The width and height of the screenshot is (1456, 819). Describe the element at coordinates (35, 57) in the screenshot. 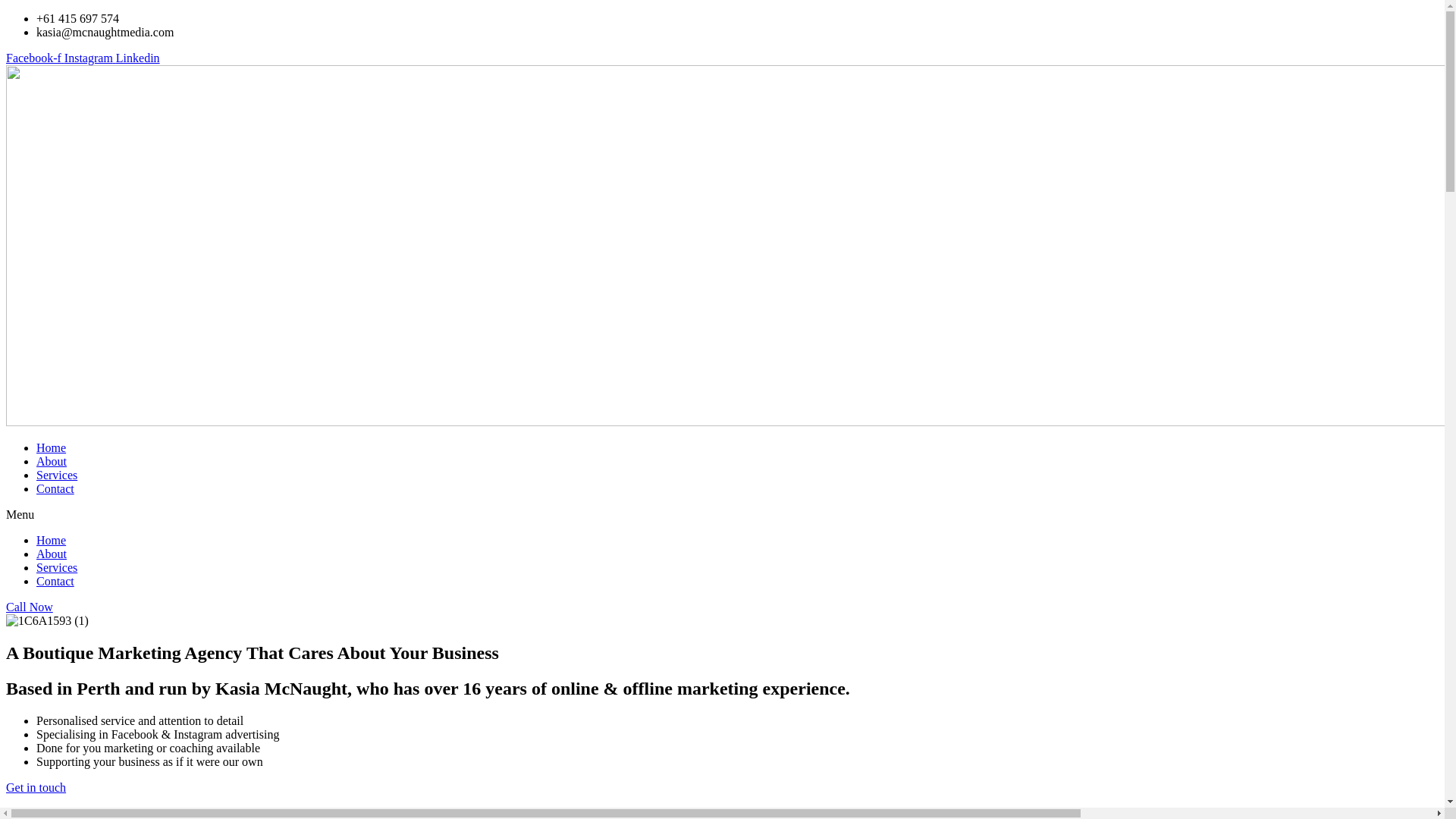

I see `'Facebook-f'` at that location.